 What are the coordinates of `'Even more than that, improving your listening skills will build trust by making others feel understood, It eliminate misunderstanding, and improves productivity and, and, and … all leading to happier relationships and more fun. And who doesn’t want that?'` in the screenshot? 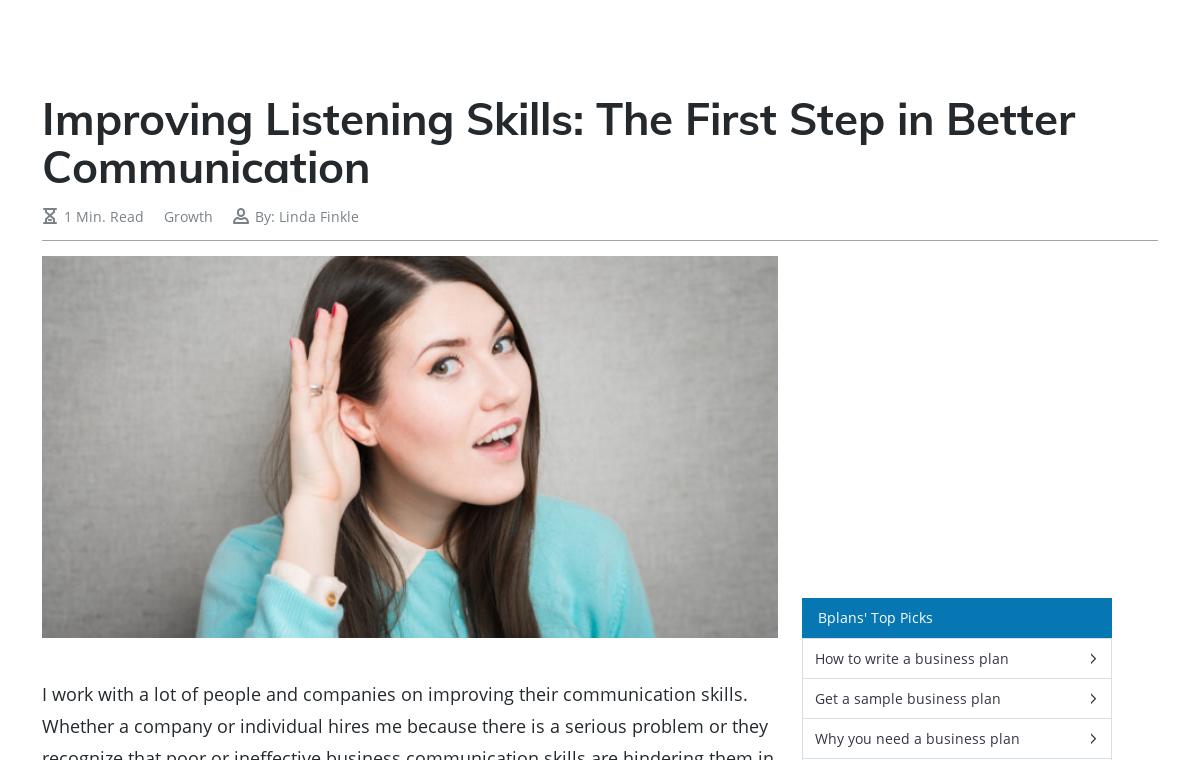 It's located at (398, 157).